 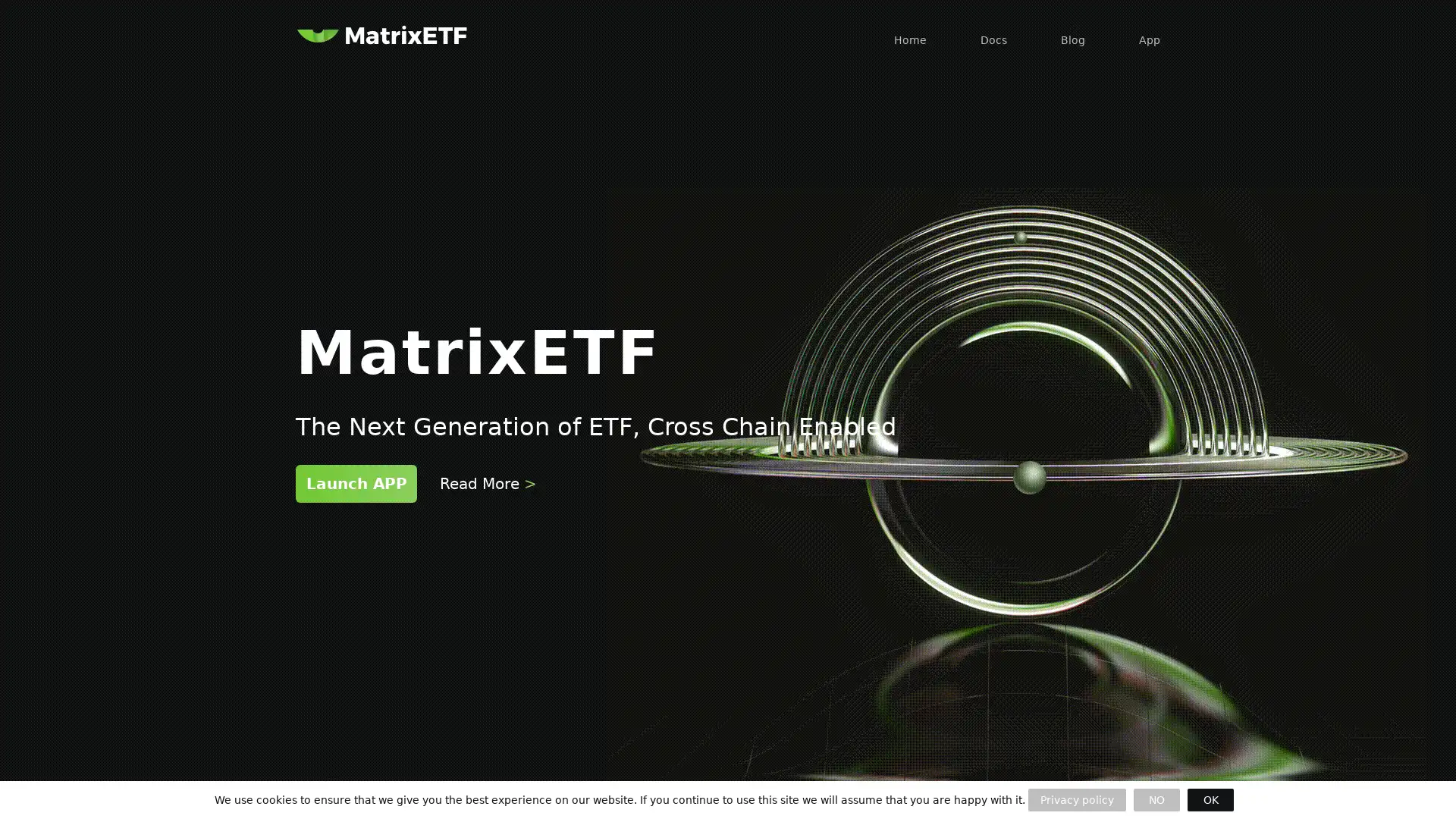 What do you see at coordinates (1076, 799) in the screenshot?
I see `Privacy policy` at bounding box center [1076, 799].